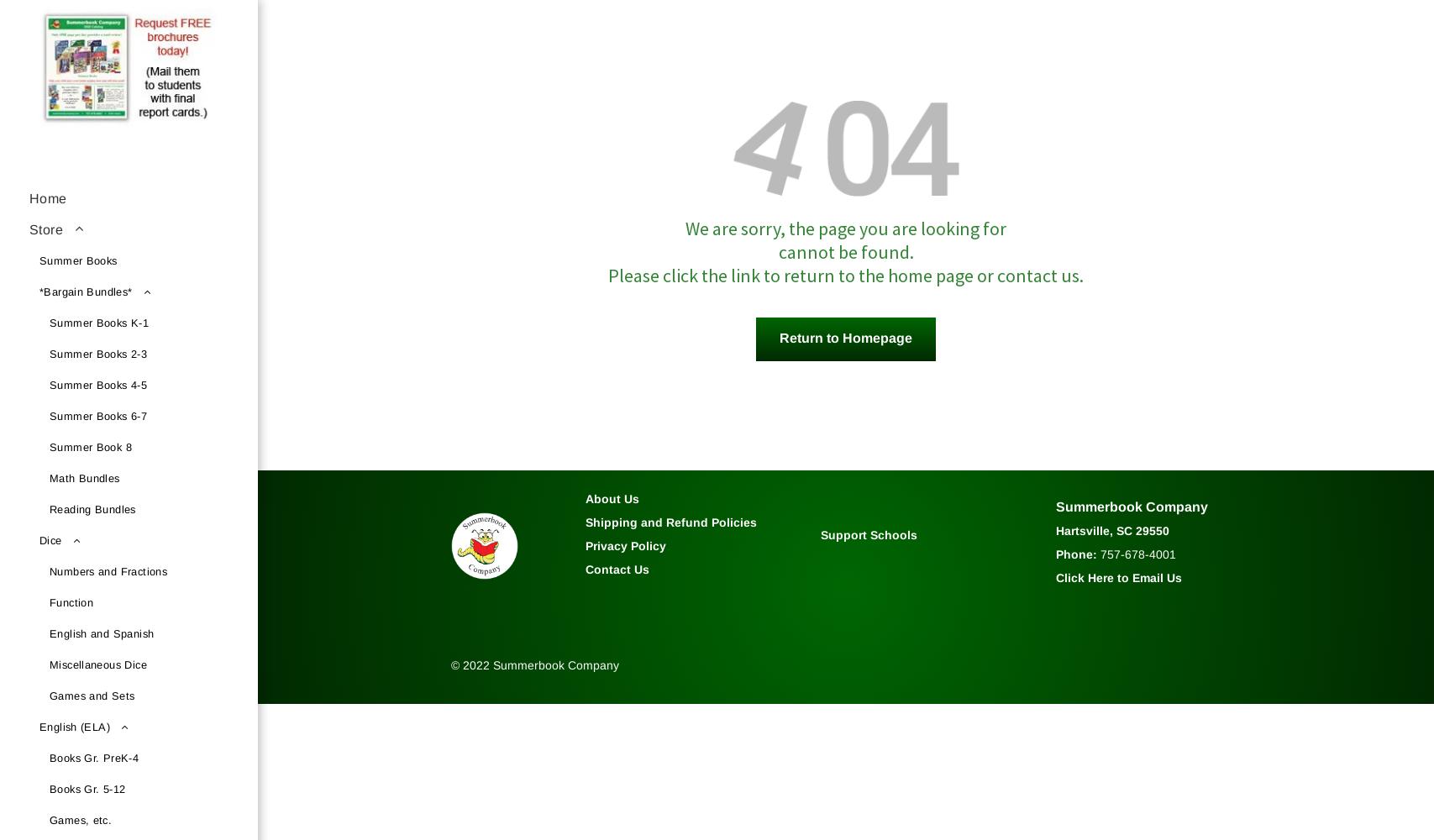 This screenshot has height=840, width=1434. I want to click on 'Phone:', so click(1075, 554).